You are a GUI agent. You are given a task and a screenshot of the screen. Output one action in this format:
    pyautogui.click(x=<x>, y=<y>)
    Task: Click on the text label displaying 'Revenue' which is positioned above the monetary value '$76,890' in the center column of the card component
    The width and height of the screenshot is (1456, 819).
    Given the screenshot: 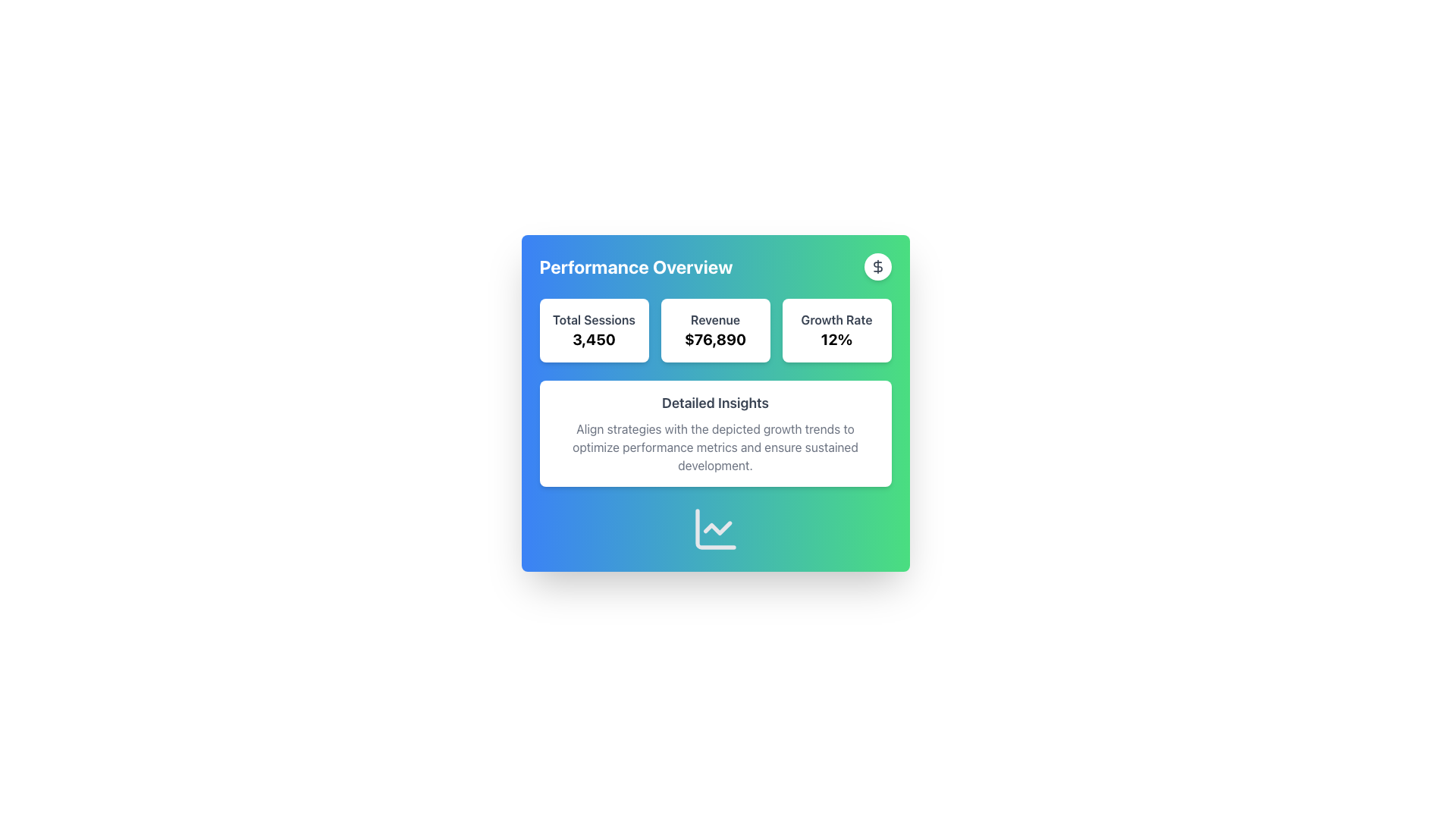 What is the action you would take?
    pyautogui.click(x=714, y=318)
    